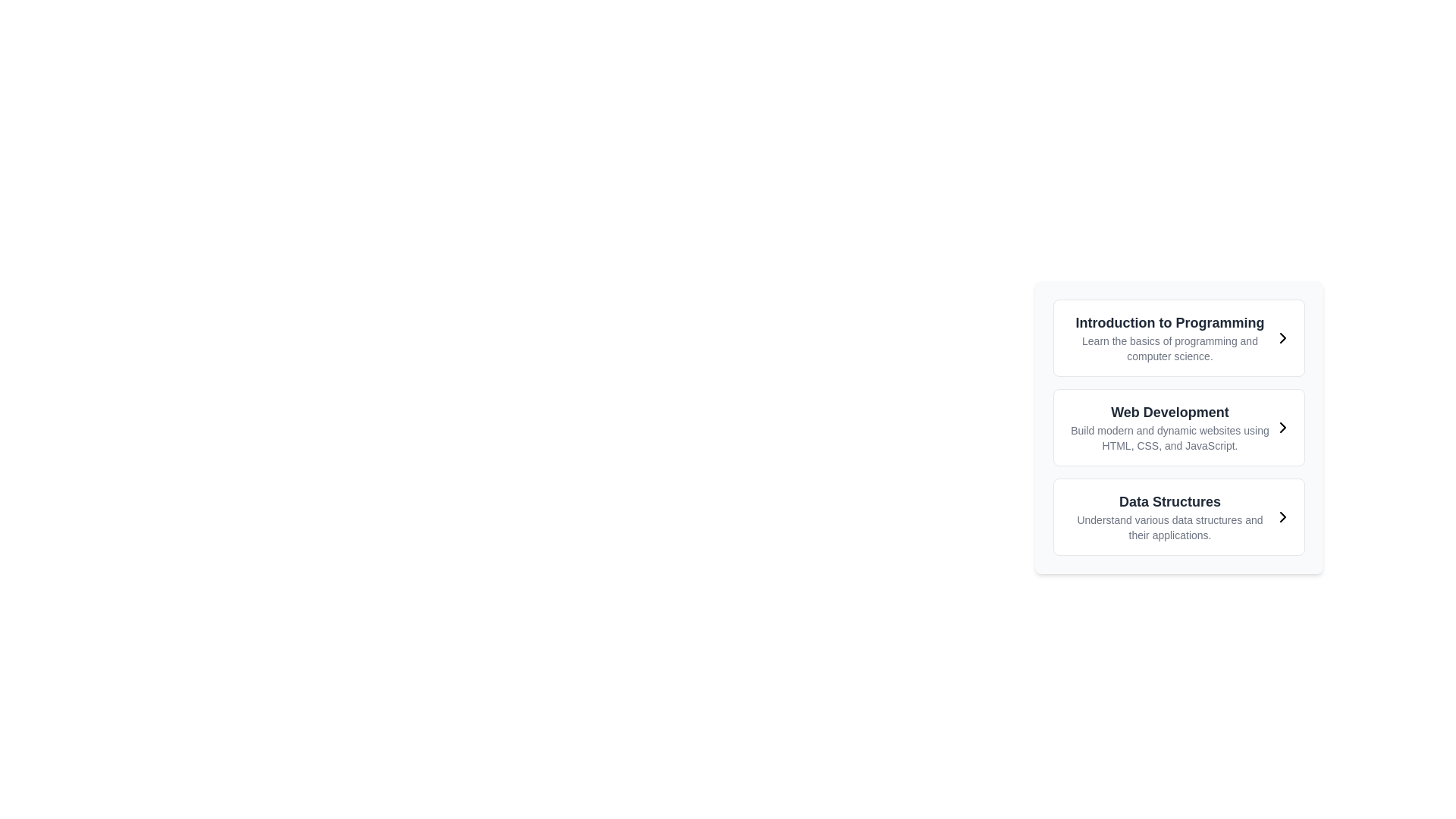 The height and width of the screenshot is (819, 1456). I want to click on the Informational Item titled 'Web Development', so click(1169, 427).